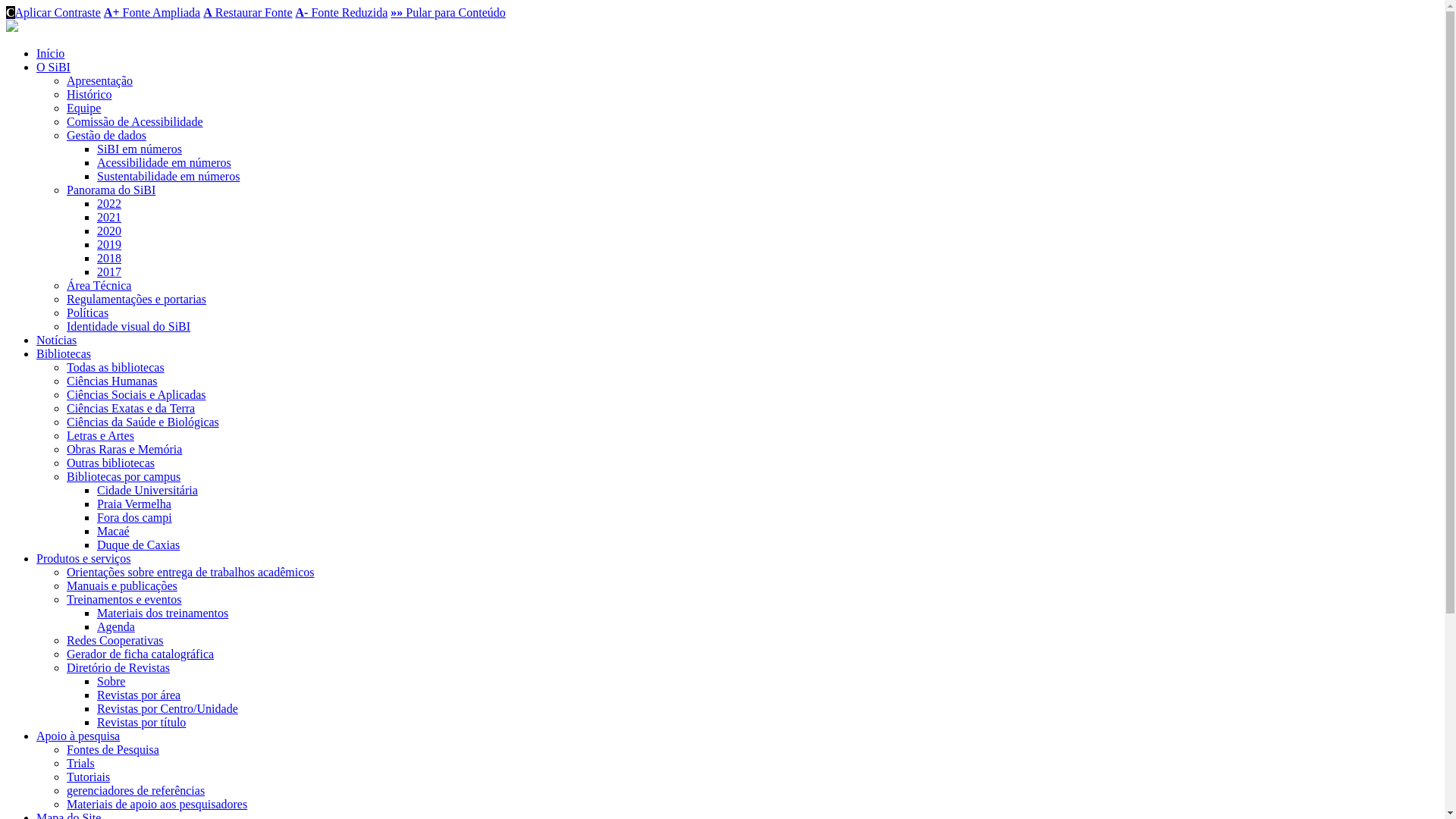  Describe the element at coordinates (124, 598) in the screenshot. I see `'Treinamentos e eventos'` at that location.